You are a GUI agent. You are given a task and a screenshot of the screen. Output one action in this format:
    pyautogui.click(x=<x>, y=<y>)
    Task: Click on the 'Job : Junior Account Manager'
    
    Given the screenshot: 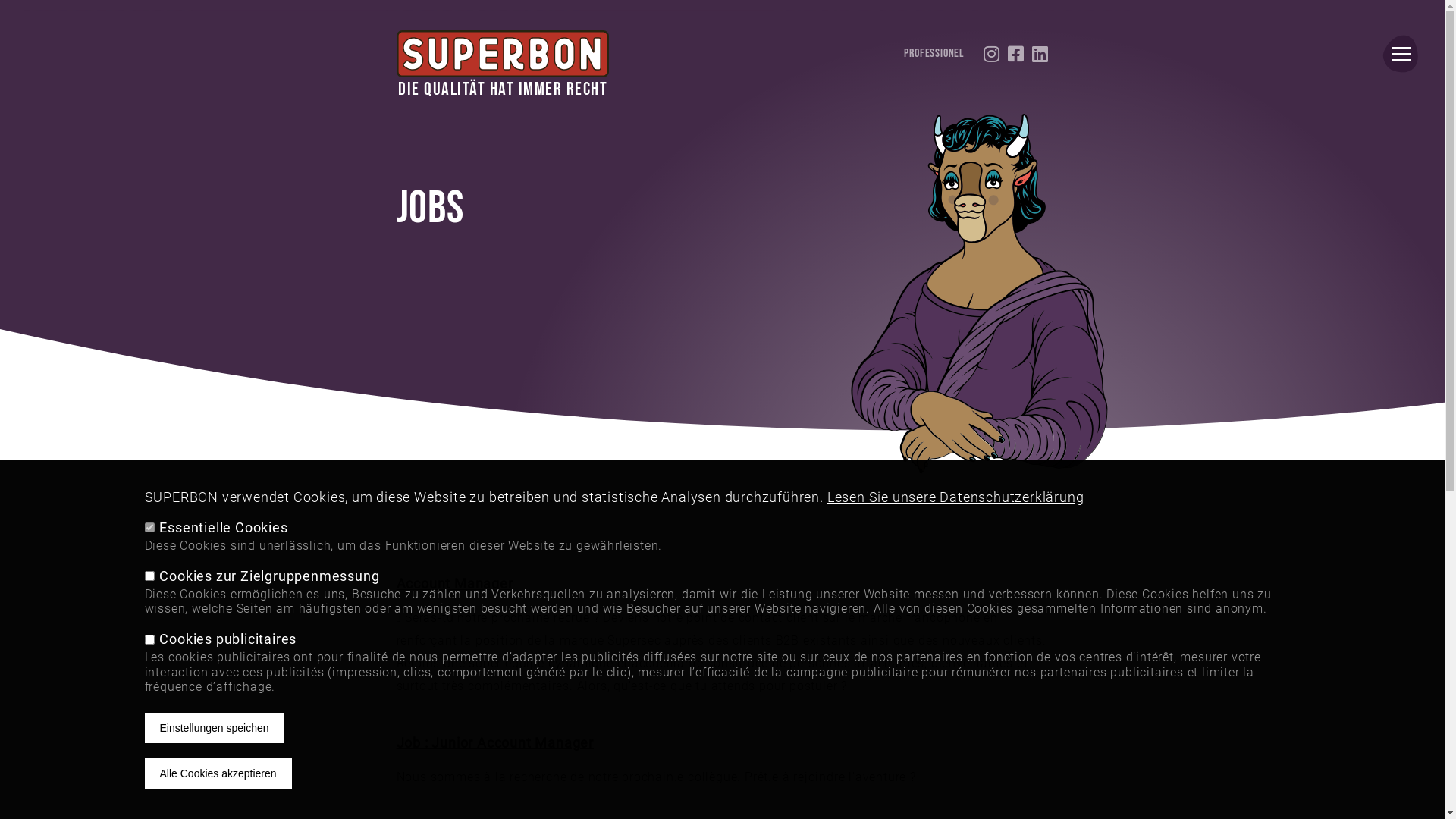 What is the action you would take?
    pyautogui.click(x=494, y=742)
    